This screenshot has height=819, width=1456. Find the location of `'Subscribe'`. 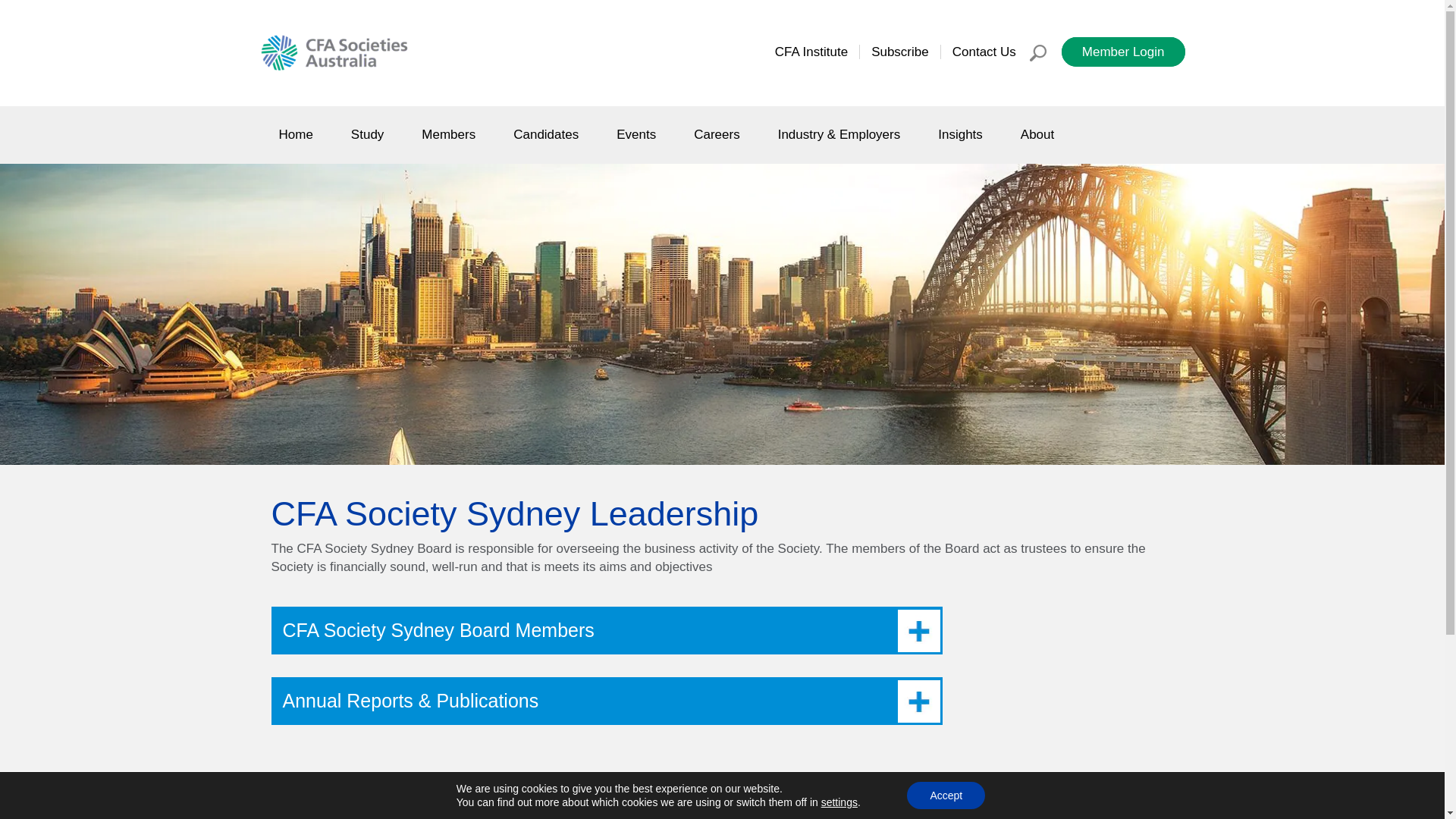

'Subscribe' is located at coordinates (899, 51).